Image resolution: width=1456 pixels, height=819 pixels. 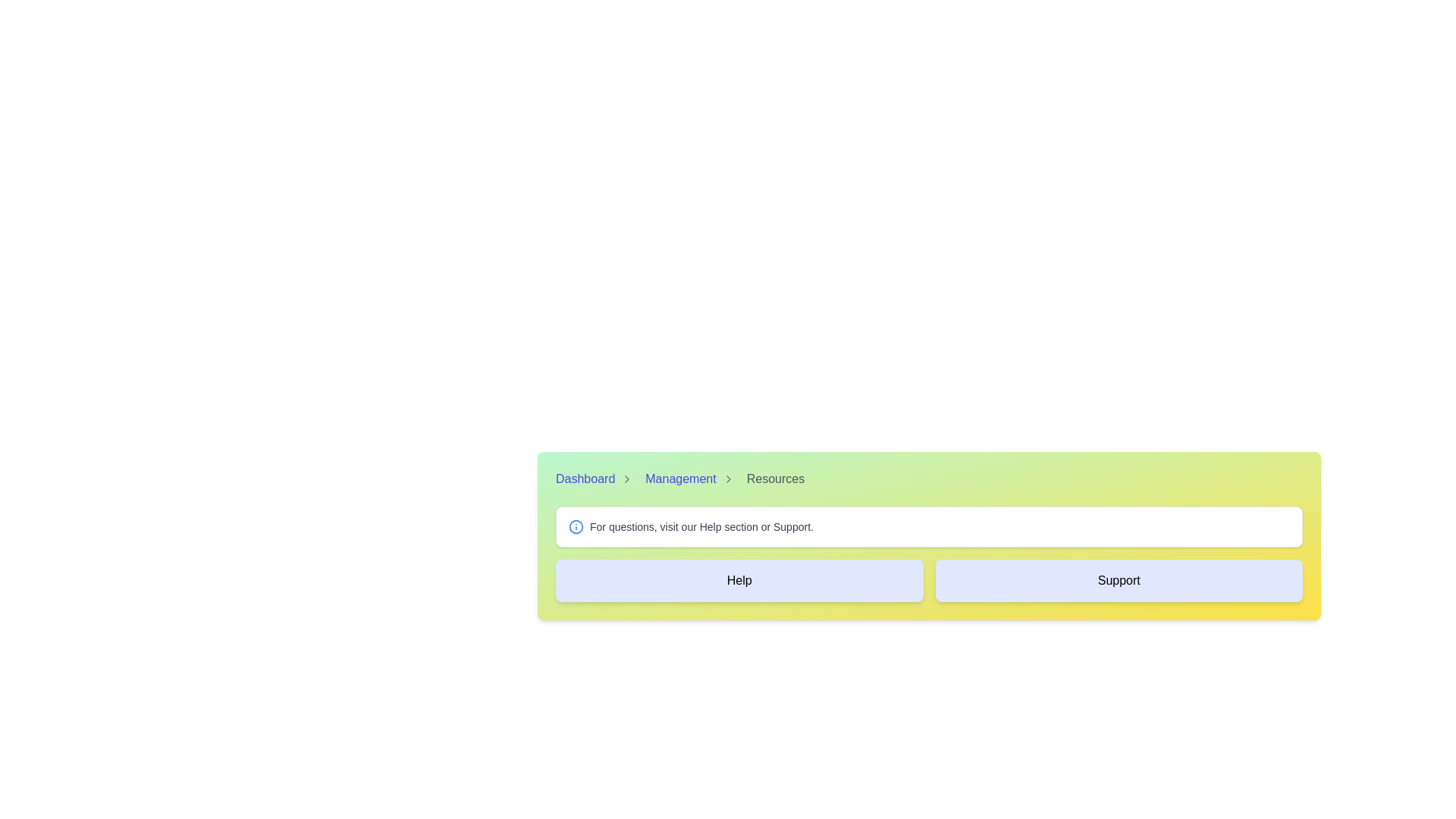 I want to click on the 'Management' hyperlink in the breadcrumb navigation bar to activate the underline effect, so click(x=679, y=479).